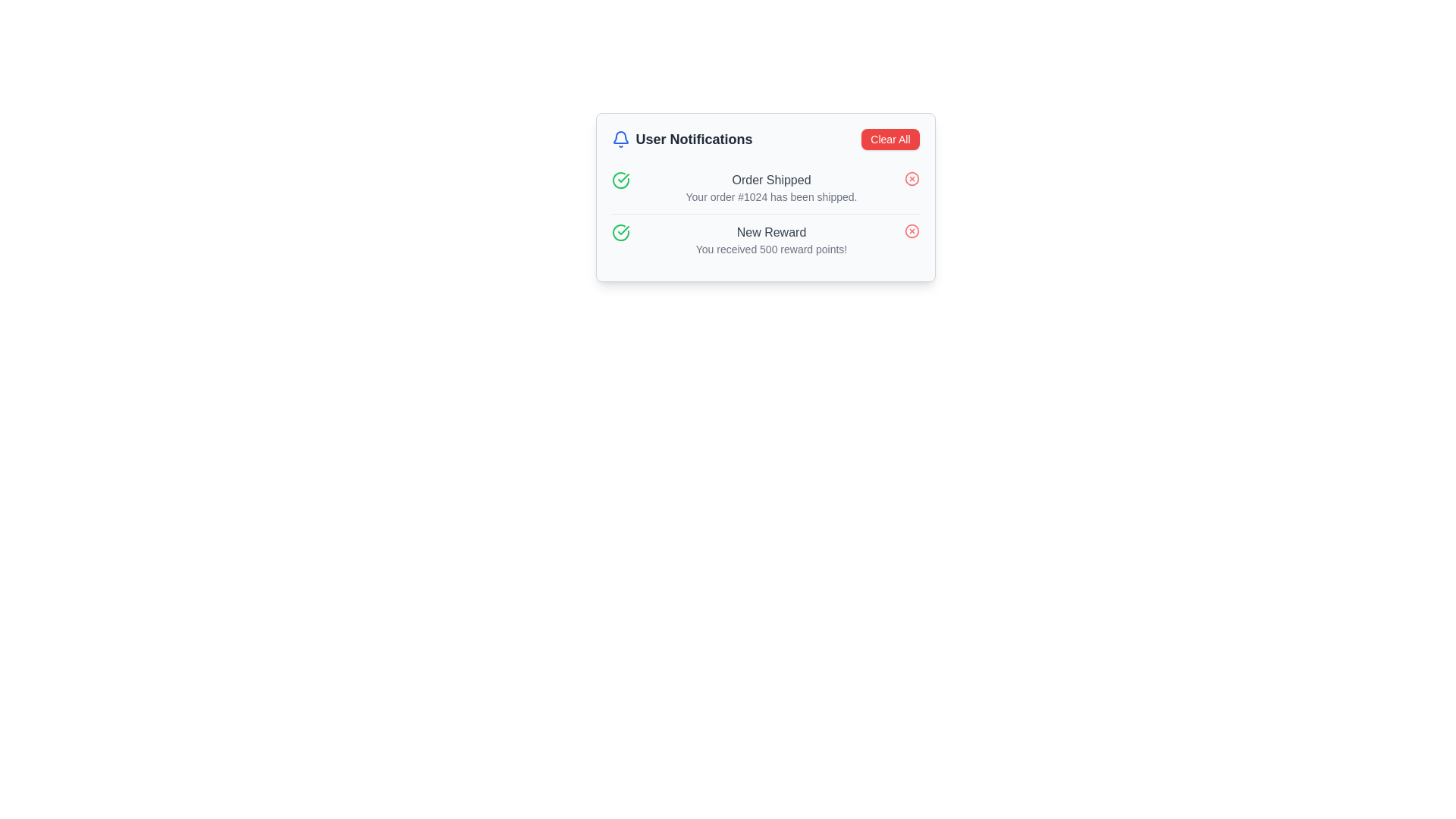  What do you see at coordinates (620, 180) in the screenshot?
I see `the circular green icon with a checkmark inside it, which is located to the left of the 'Order Shipped' notification text area` at bounding box center [620, 180].